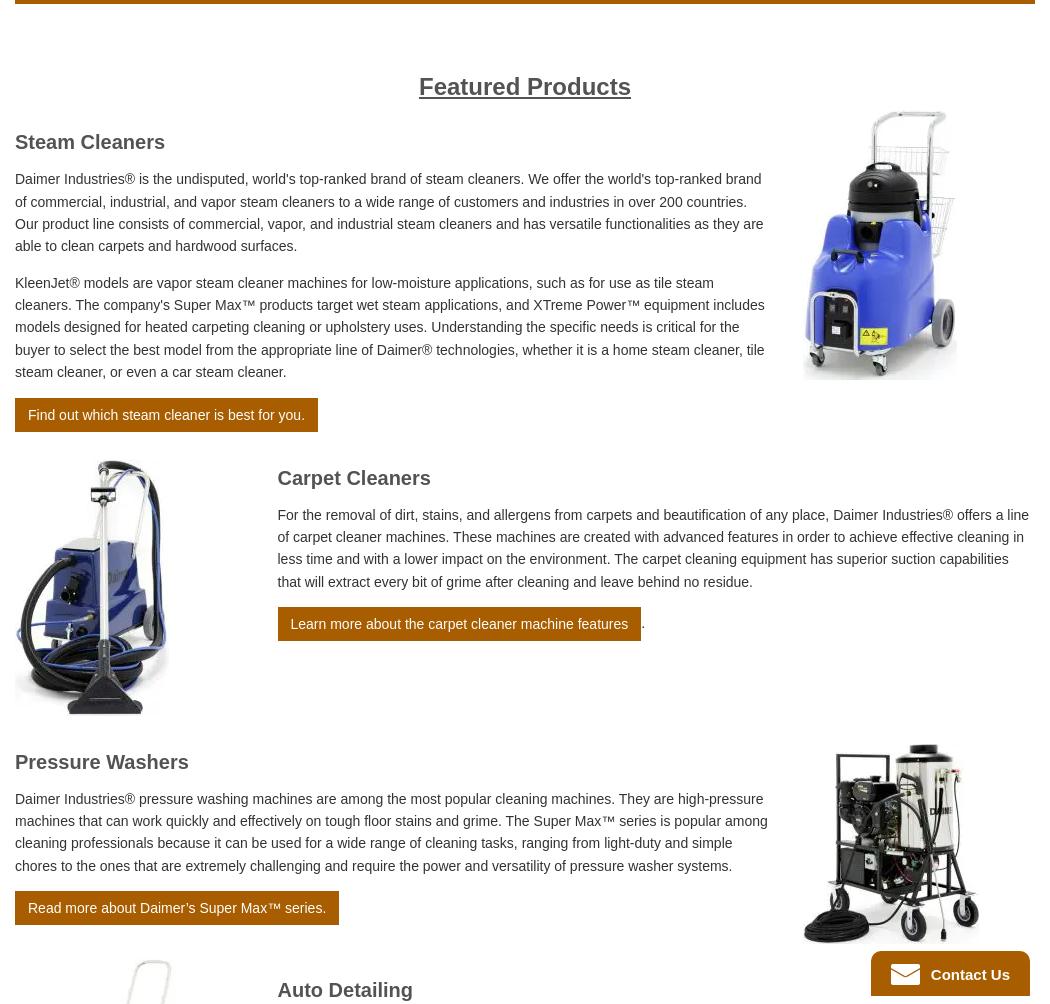  I want to click on 'Featured Products', so click(523, 85).